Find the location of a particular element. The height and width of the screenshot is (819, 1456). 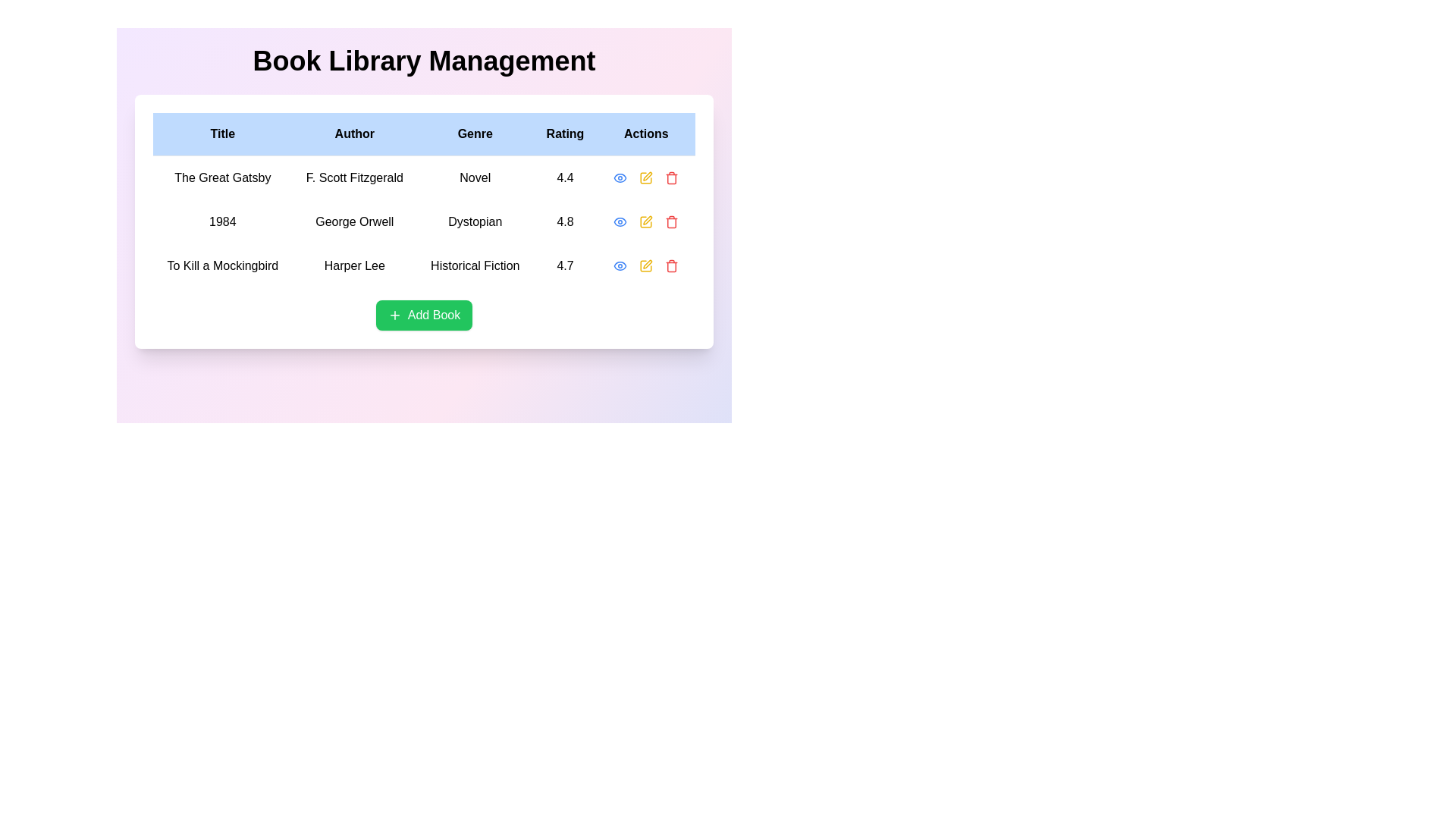

the 'Historical Fiction' text display located in the third cell of the 'Genre' column in the table for 'To Kill a Mockingbird' is located at coordinates (474, 265).